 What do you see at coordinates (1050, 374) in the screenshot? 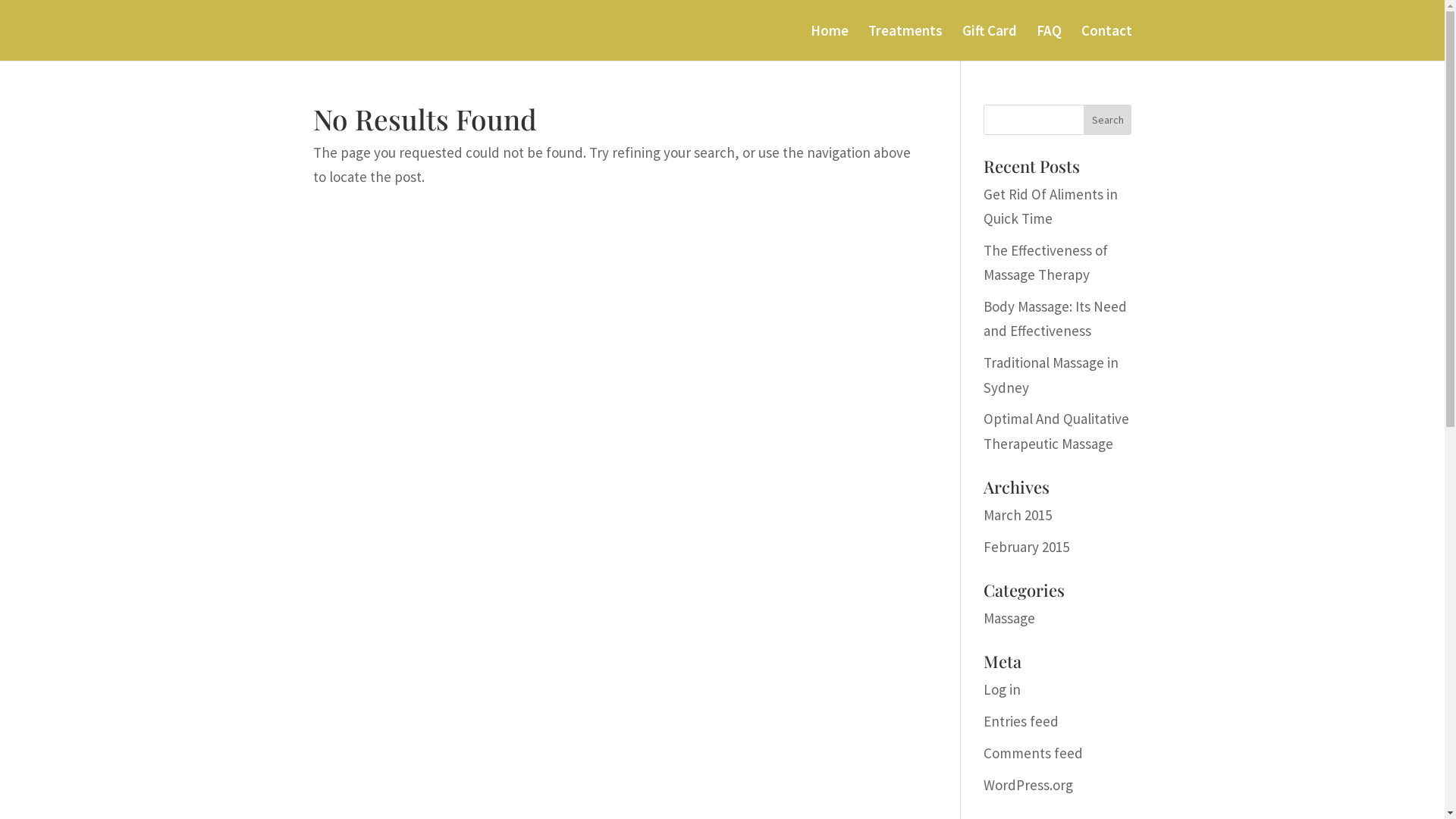
I see `'Traditional Massage in Sydney'` at bounding box center [1050, 374].